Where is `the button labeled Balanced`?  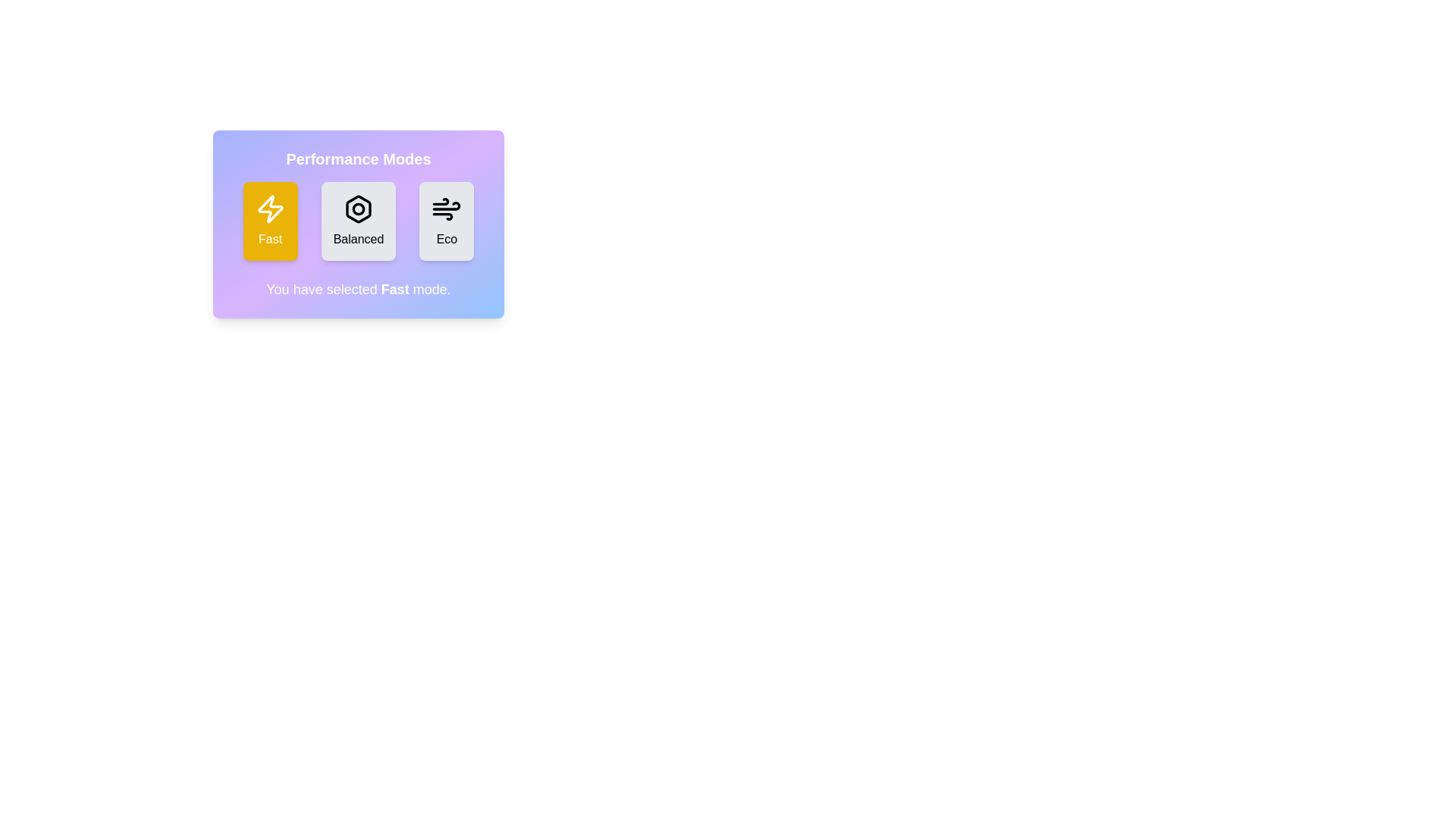 the button labeled Balanced is located at coordinates (358, 221).